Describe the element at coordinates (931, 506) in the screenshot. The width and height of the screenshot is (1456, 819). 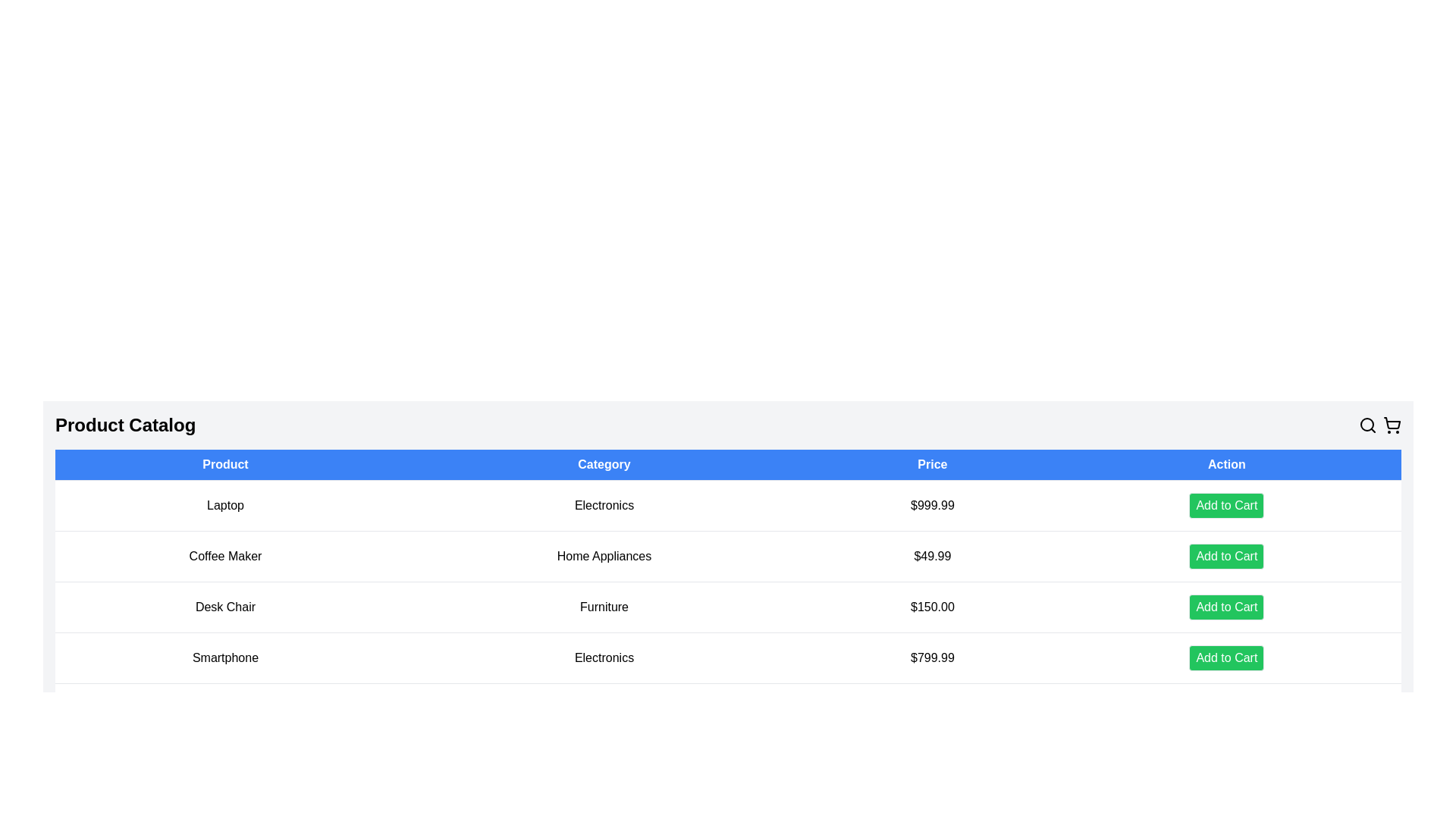
I see `the text label displaying the price '$999.99', which is located in the third column of the product table under the 'Price' header, centrally aligned in the first row` at that location.